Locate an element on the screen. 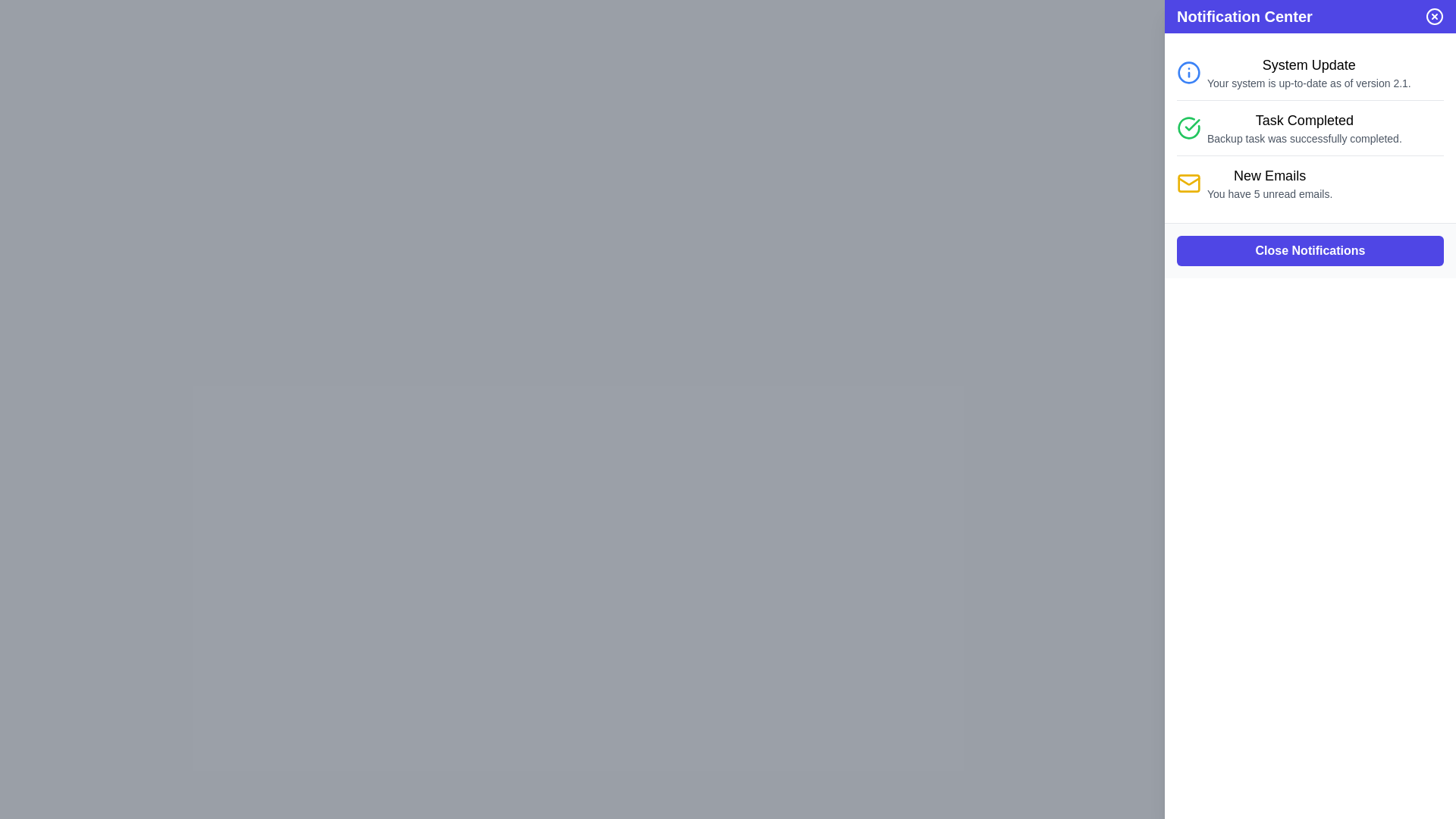  the close button located at the top-right corner of the Notification Center is located at coordinates (1433, 17).